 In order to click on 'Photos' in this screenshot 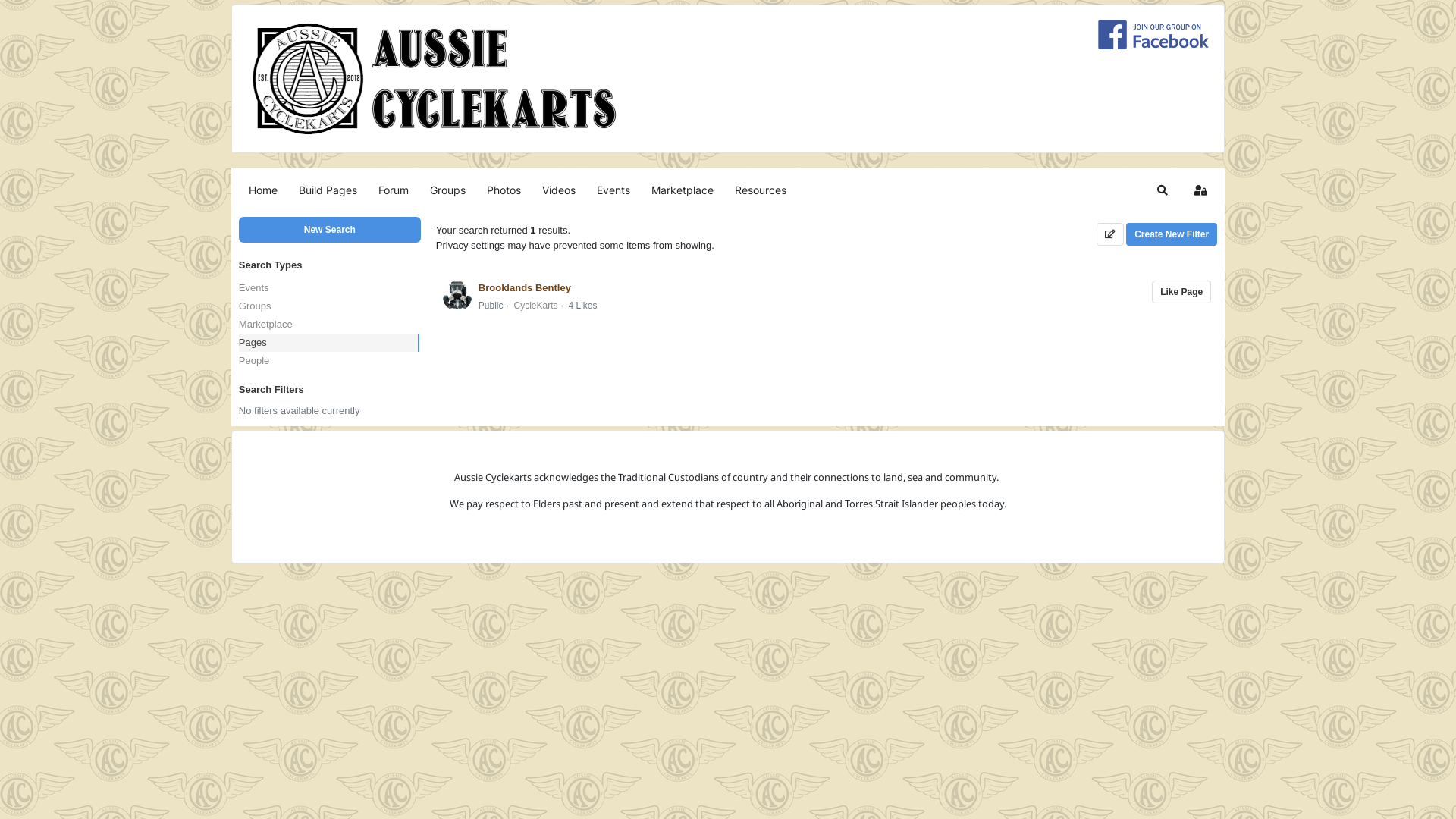, I will do `click(504, 189)`.